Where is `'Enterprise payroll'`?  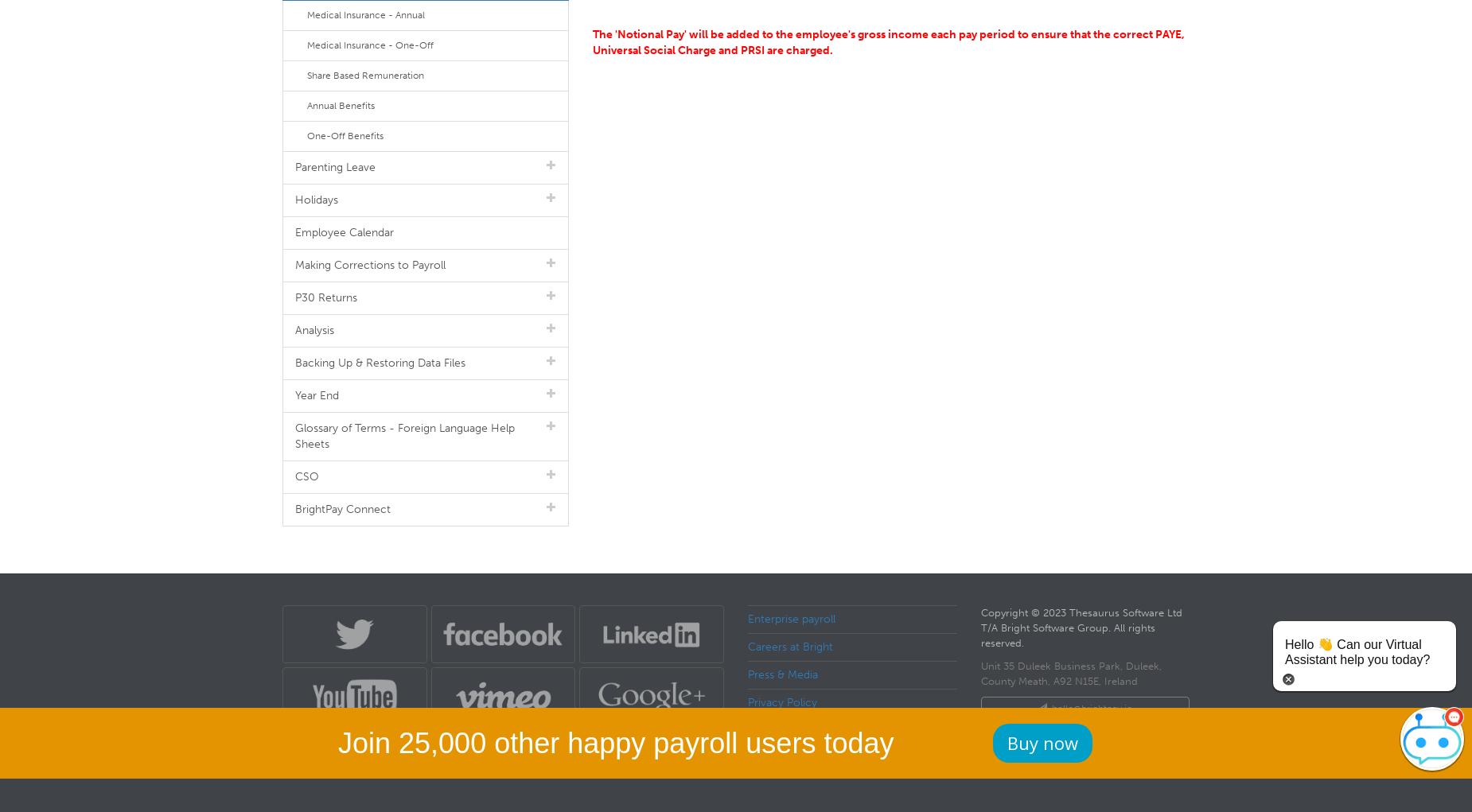 'Enterprise payroll' is located at coordinates (790, 619).